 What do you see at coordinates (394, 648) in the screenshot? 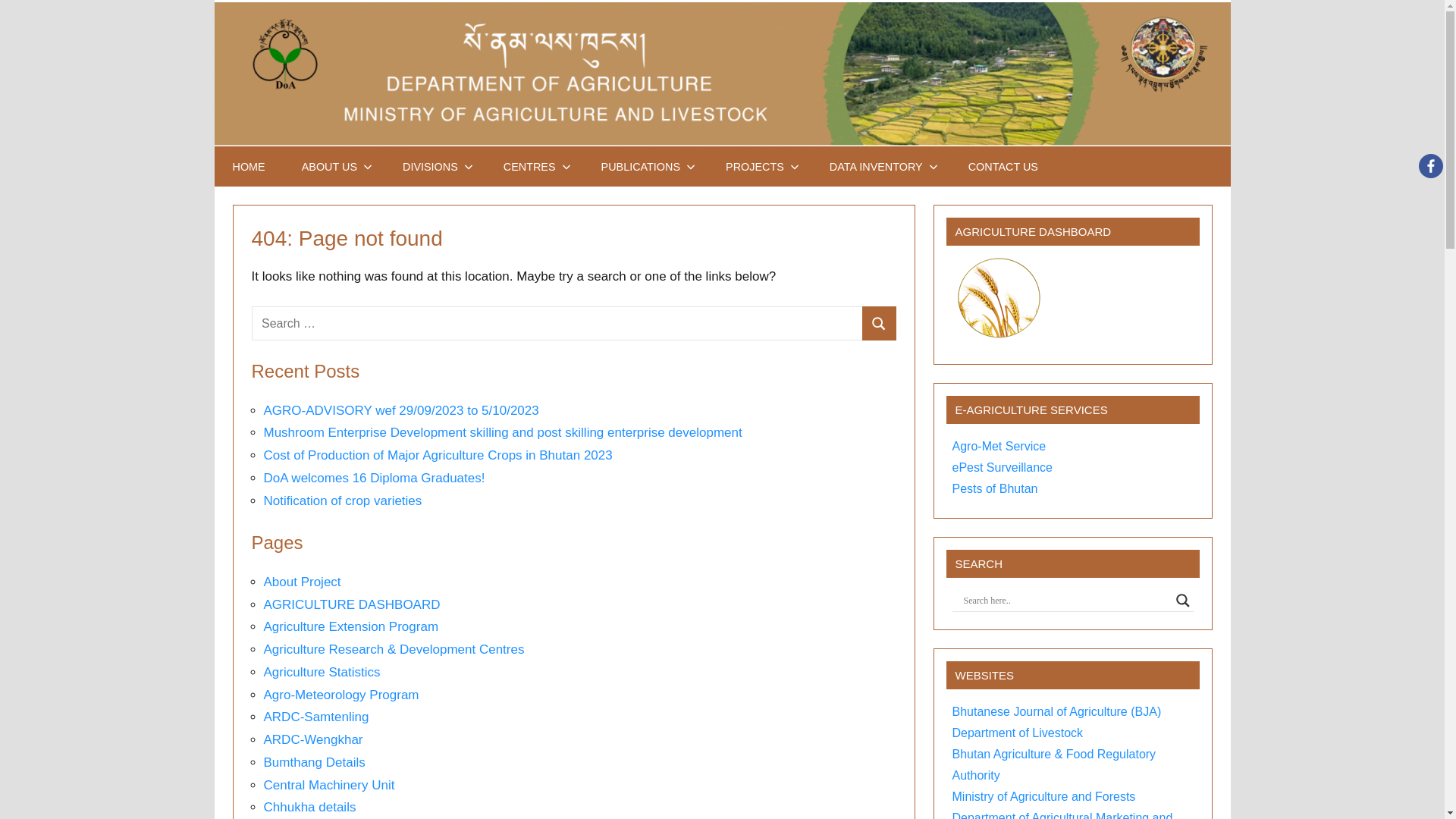
I see `'Agriculture Research & Development Centres'` at bounding box center [394, 648].